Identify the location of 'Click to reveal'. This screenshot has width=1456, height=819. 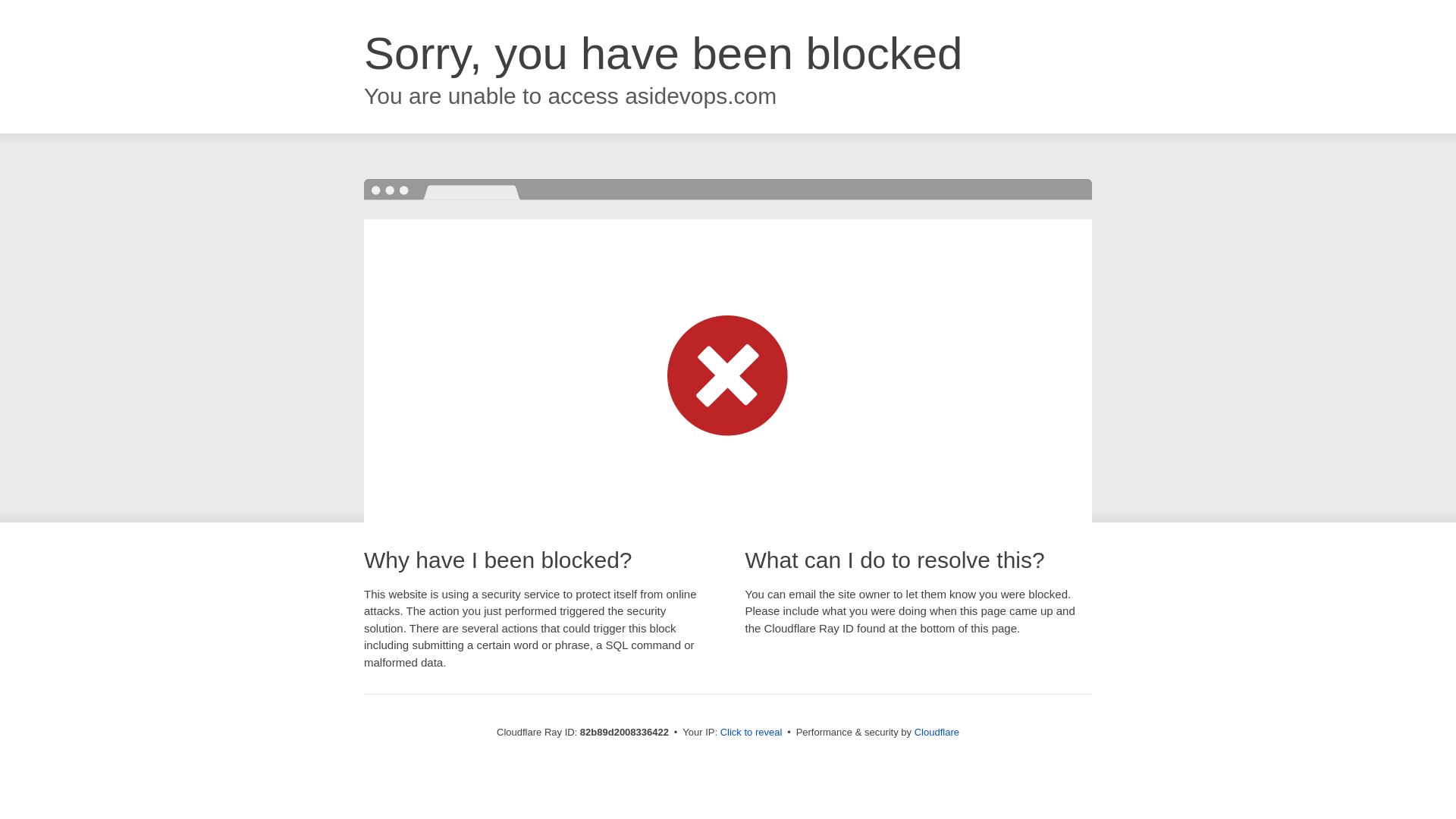
(751, 731).